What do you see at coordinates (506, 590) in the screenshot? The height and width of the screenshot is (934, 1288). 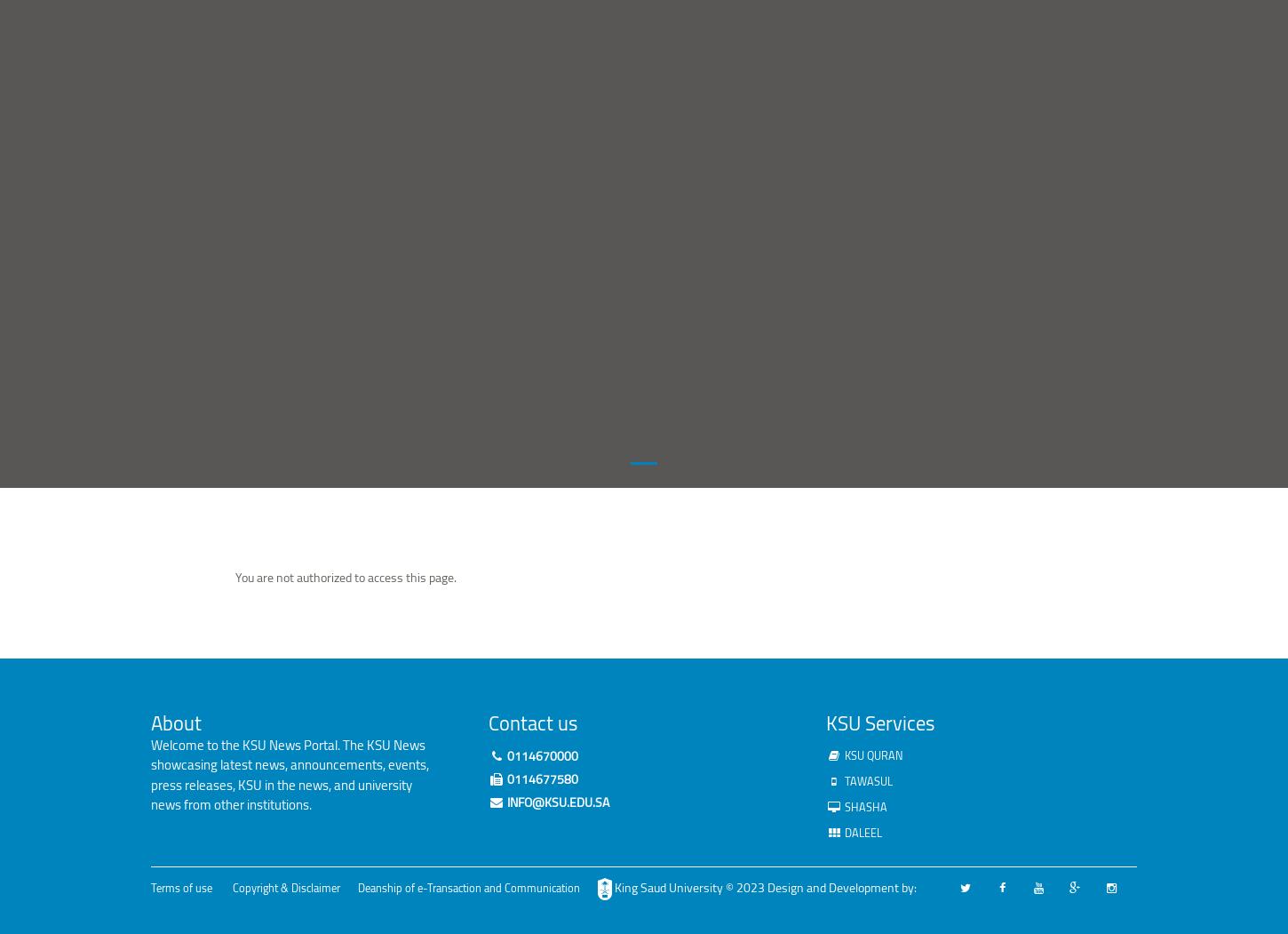 I see `'Attracting Outstanding Faculty & Researchers'` at bounding box center [506, 590].